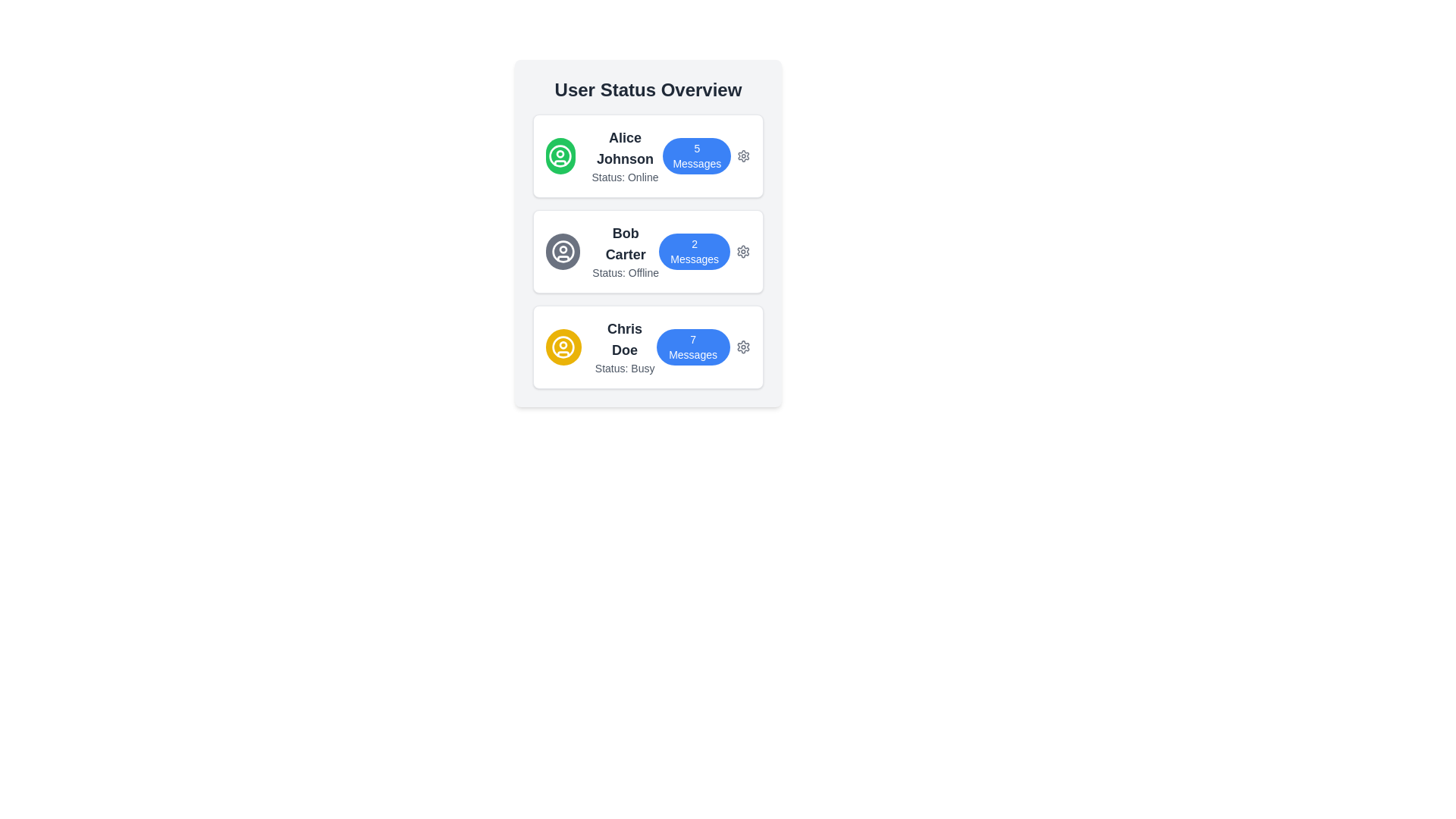 The image size is (1456, 819). I want to click on the Profile Image/Icon representing Alice Johnson's avatar in the user information card, so click(560, 155).